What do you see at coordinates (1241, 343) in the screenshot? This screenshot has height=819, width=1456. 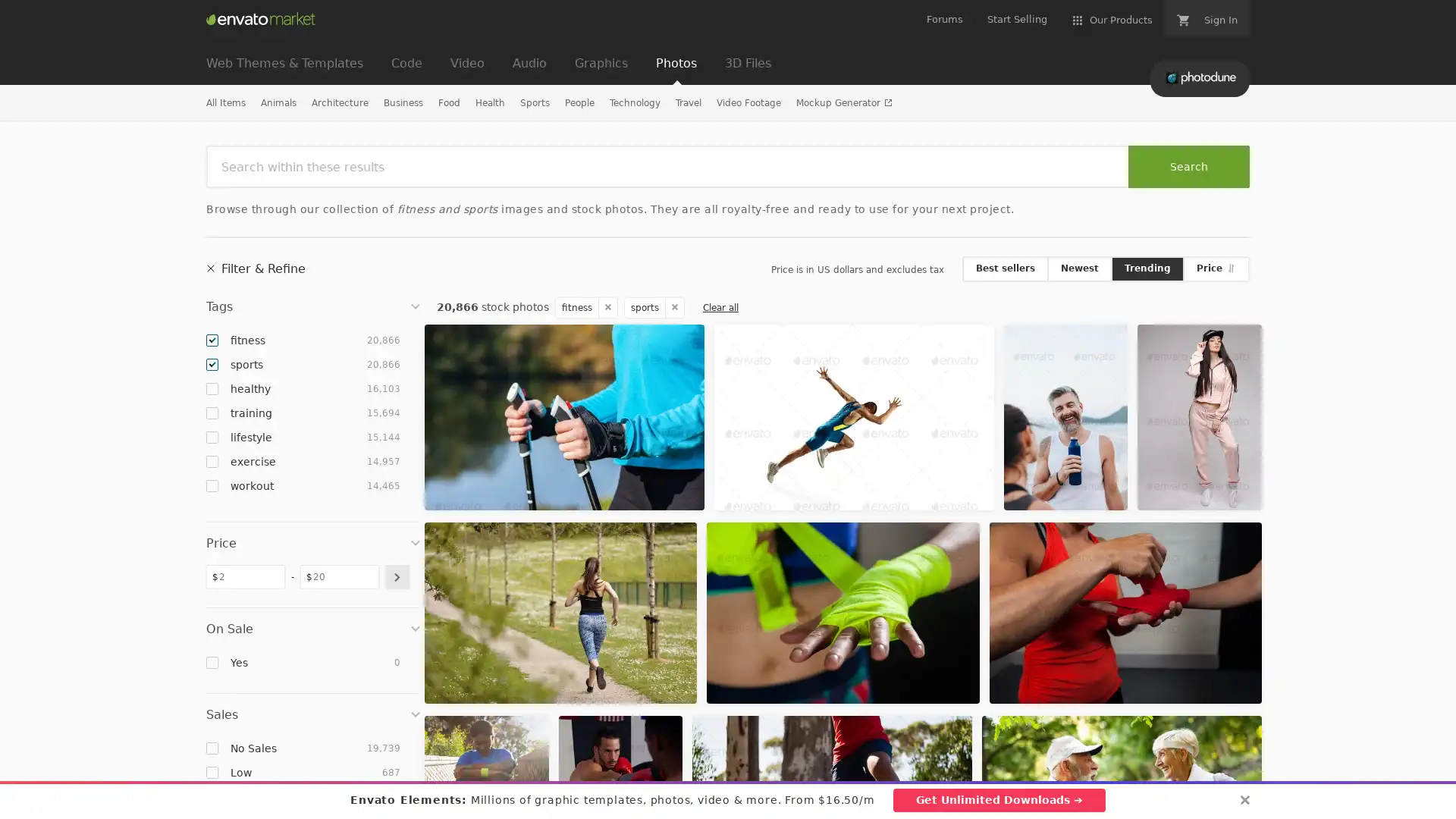 I see `Add to Favorites` at bounding box center [1241, 343].